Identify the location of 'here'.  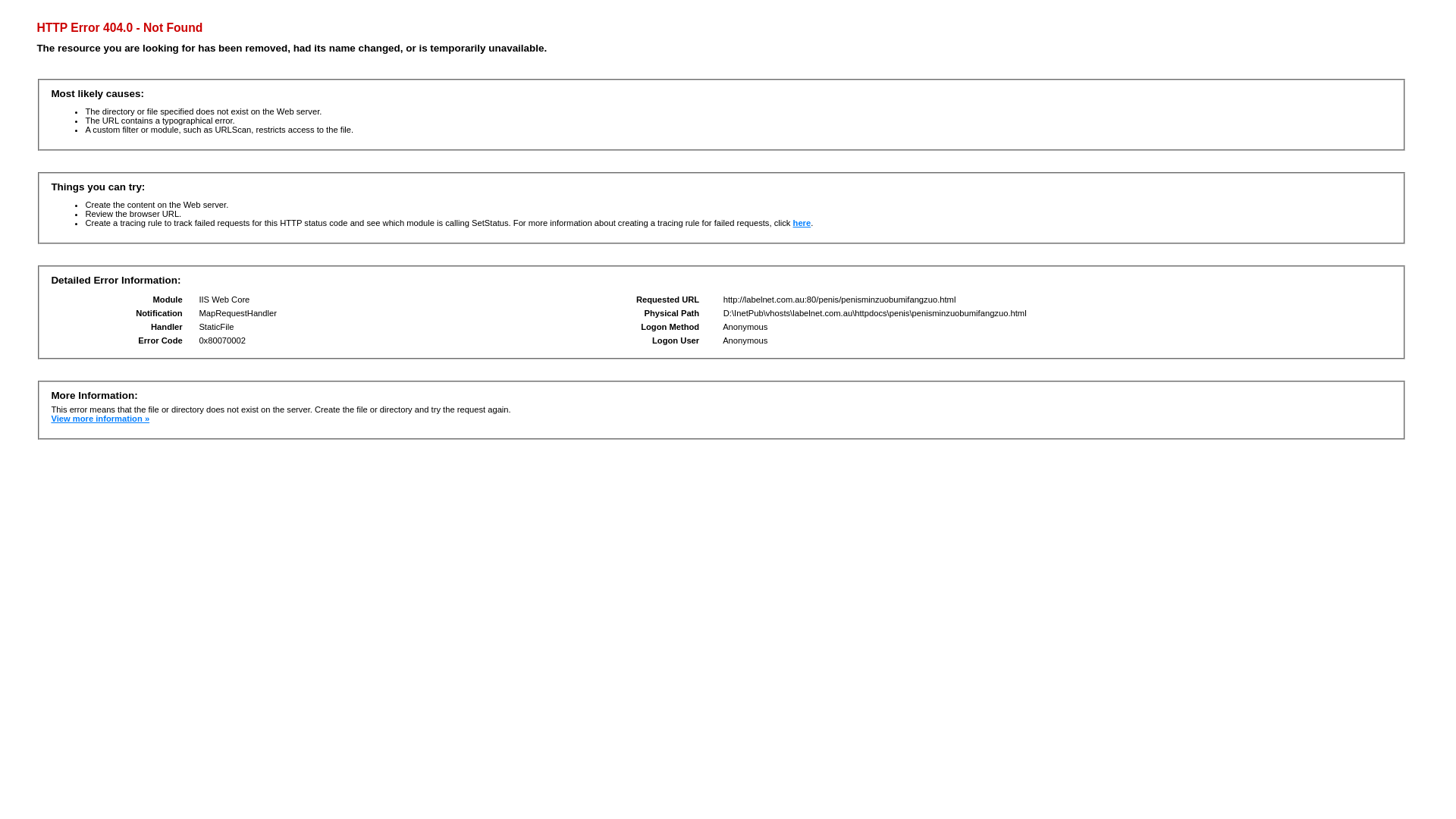
(801, 222).